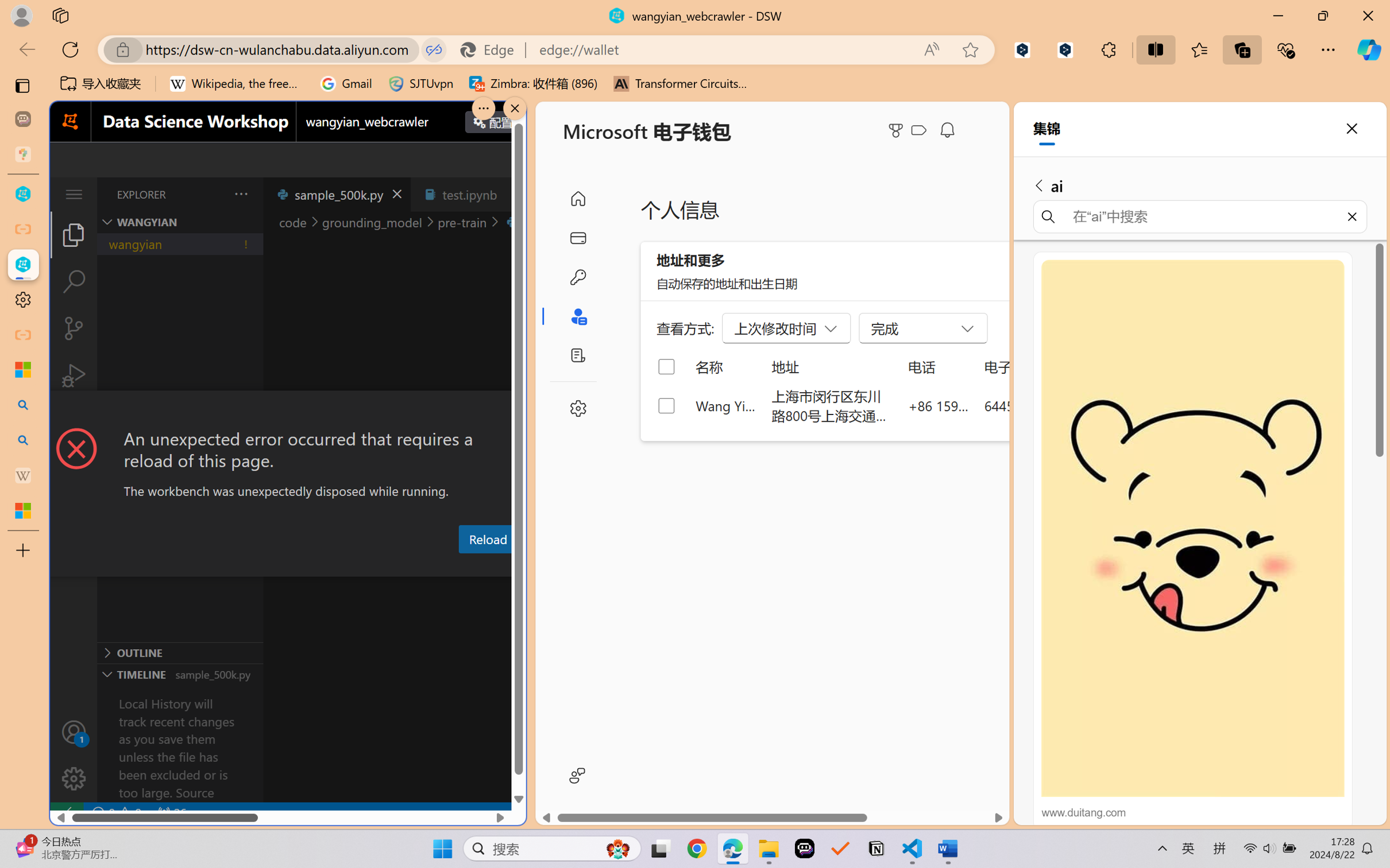  Describe the element at coordinates (486, 538) in the screenshot. I see `'Reload'` at that location.